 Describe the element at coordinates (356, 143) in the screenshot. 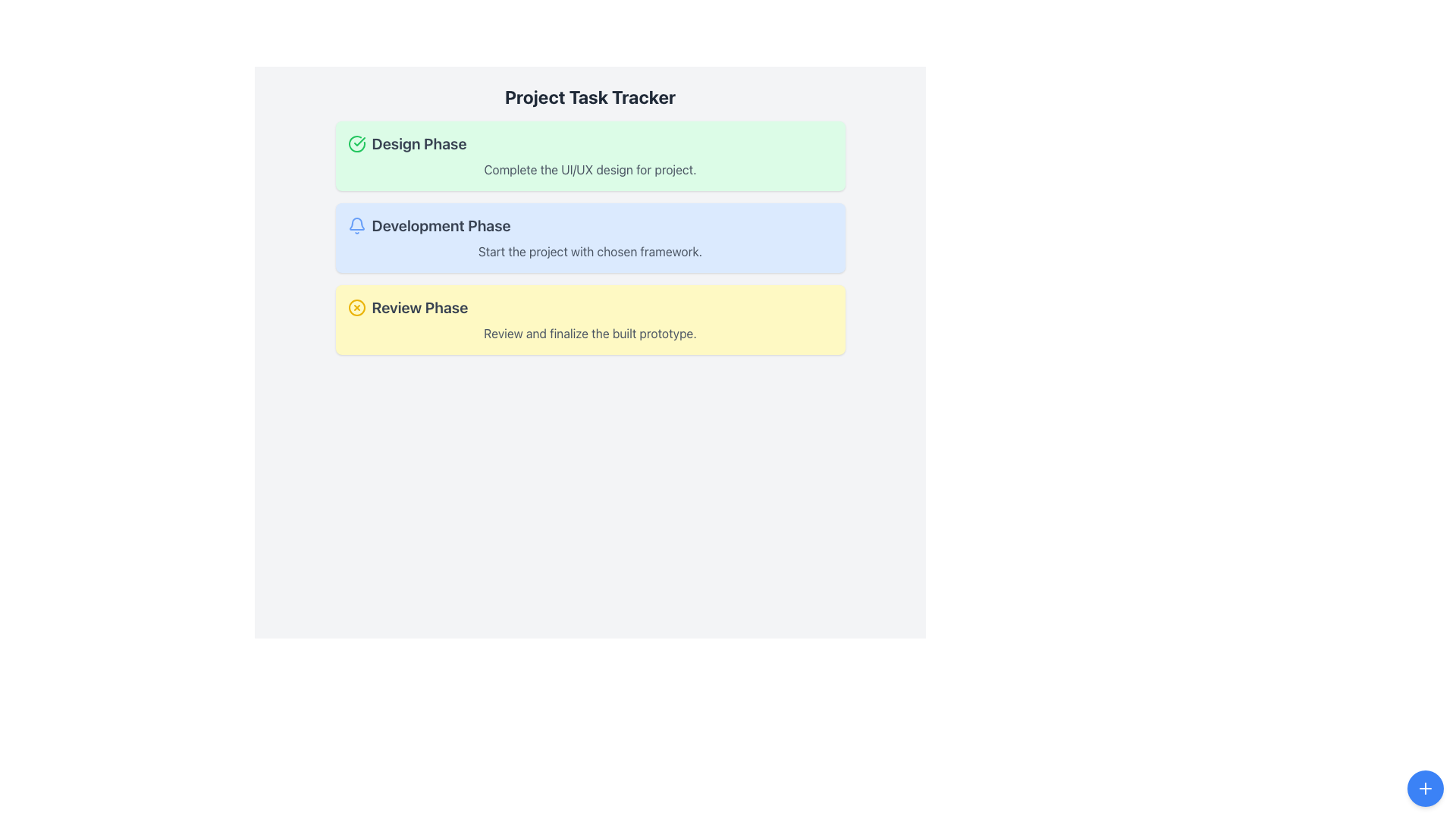

I see `the status indicator icon, which is a circular icon filled with a green checkmark, located in the 'Design Phase' section of the 'Project Task Tracker' layout, preceding the text 'Design Phase'` at that location.